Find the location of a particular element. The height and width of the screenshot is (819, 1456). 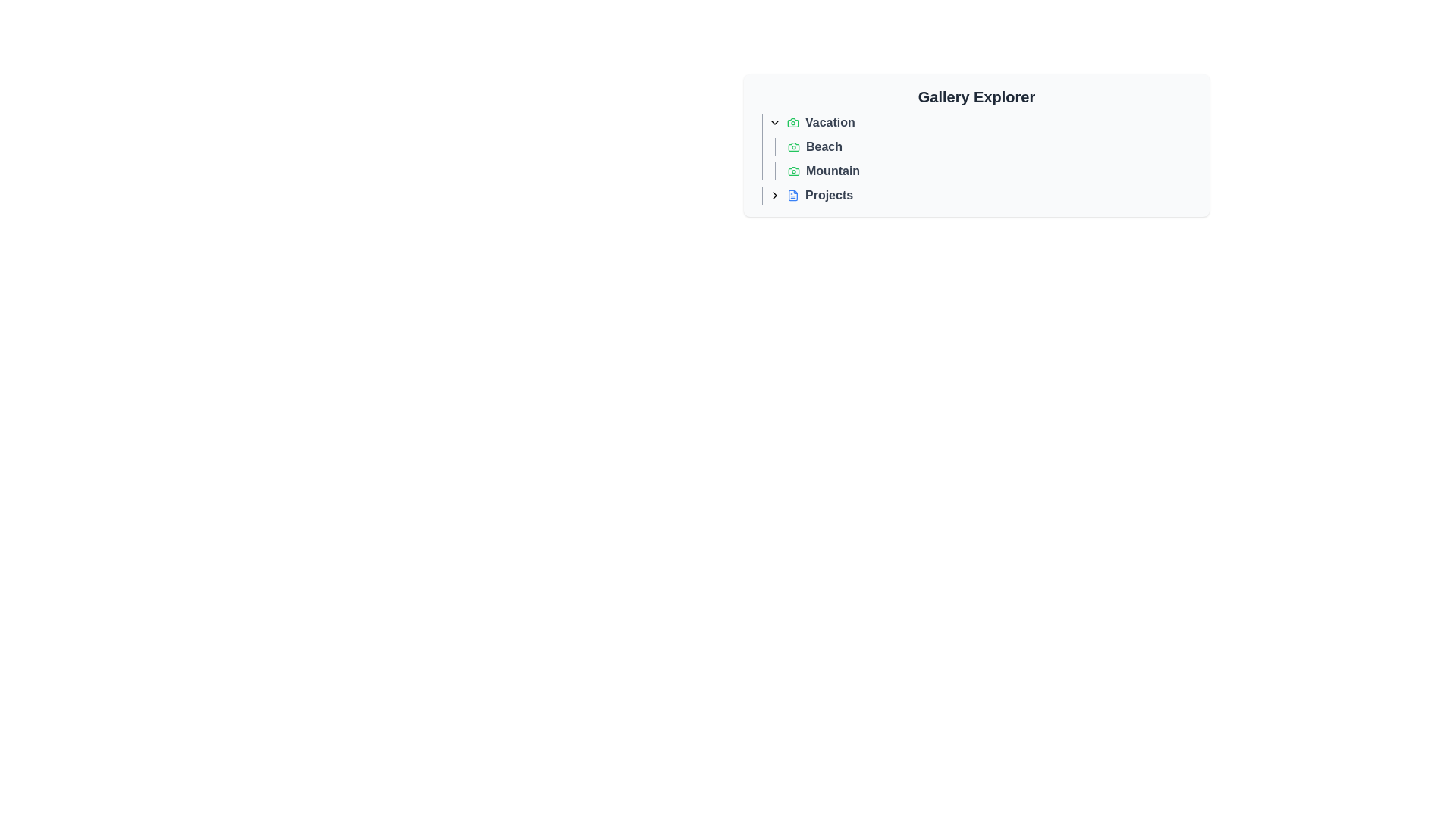

the 'Vacation' category icon located to the left of the text within the upper section of the list panel is located at coordinates (792, 122).